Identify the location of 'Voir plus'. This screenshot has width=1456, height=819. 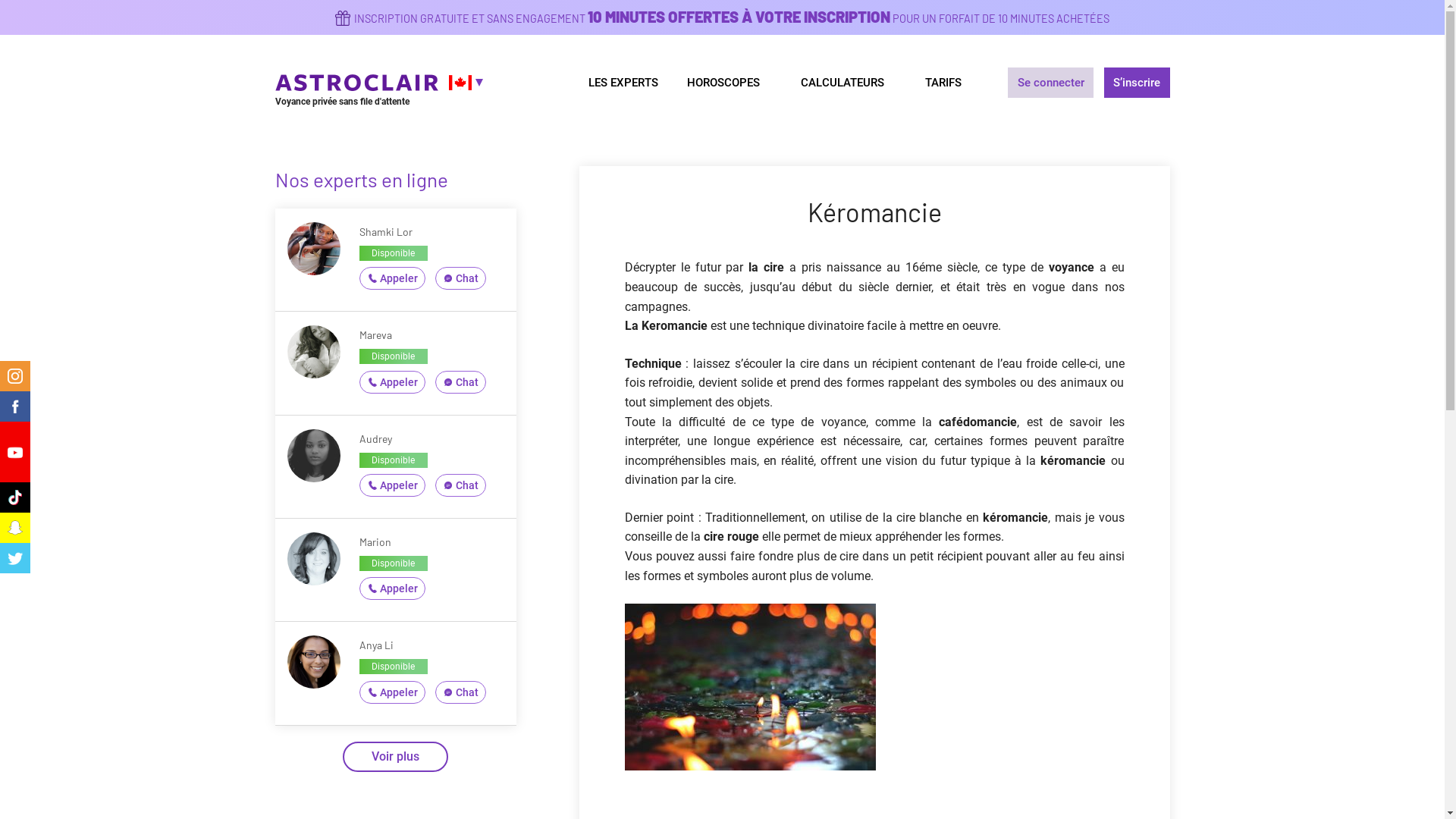
(395, 757).